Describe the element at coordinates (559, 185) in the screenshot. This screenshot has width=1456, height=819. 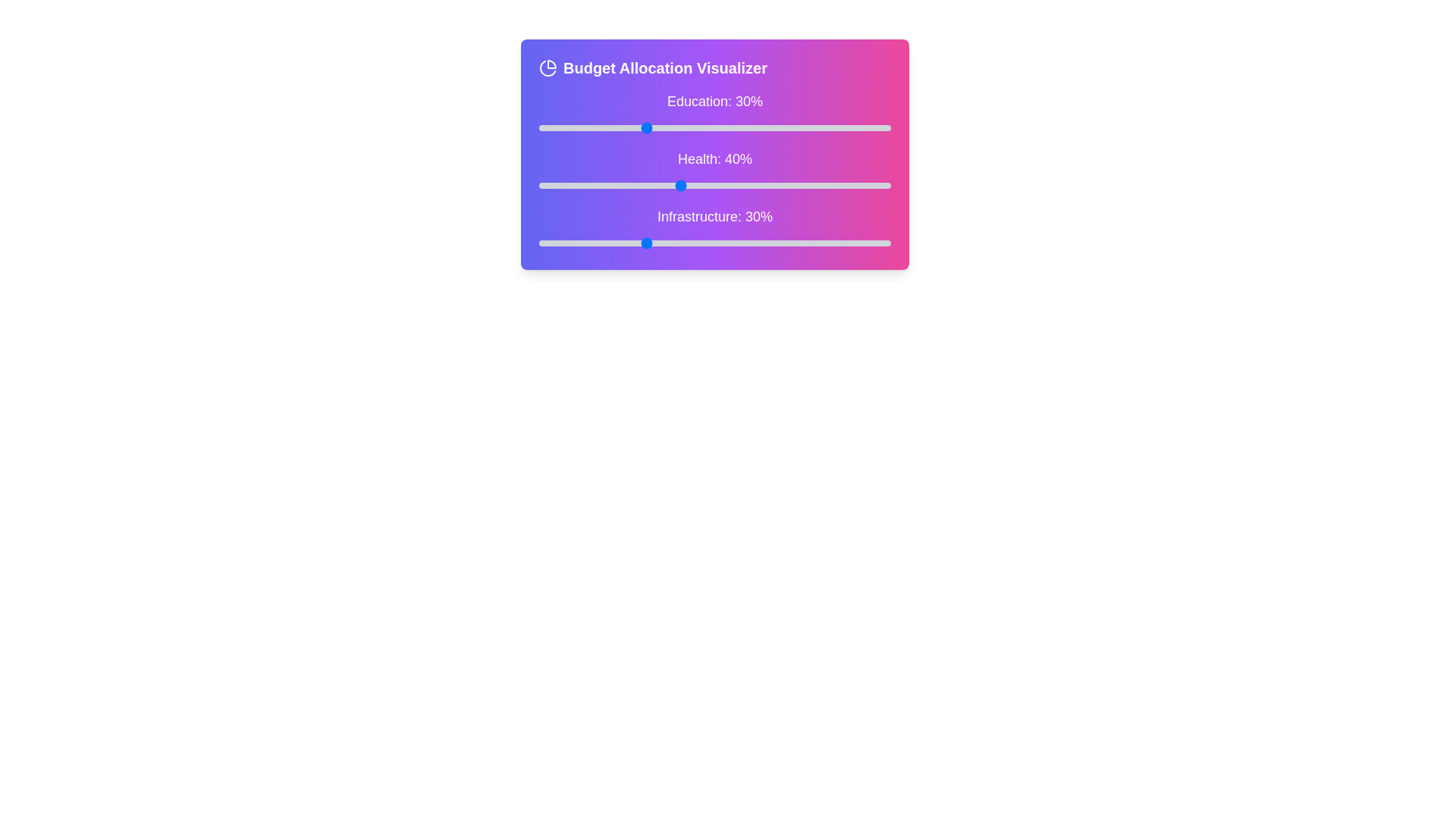
I see `health allocation` at that location.